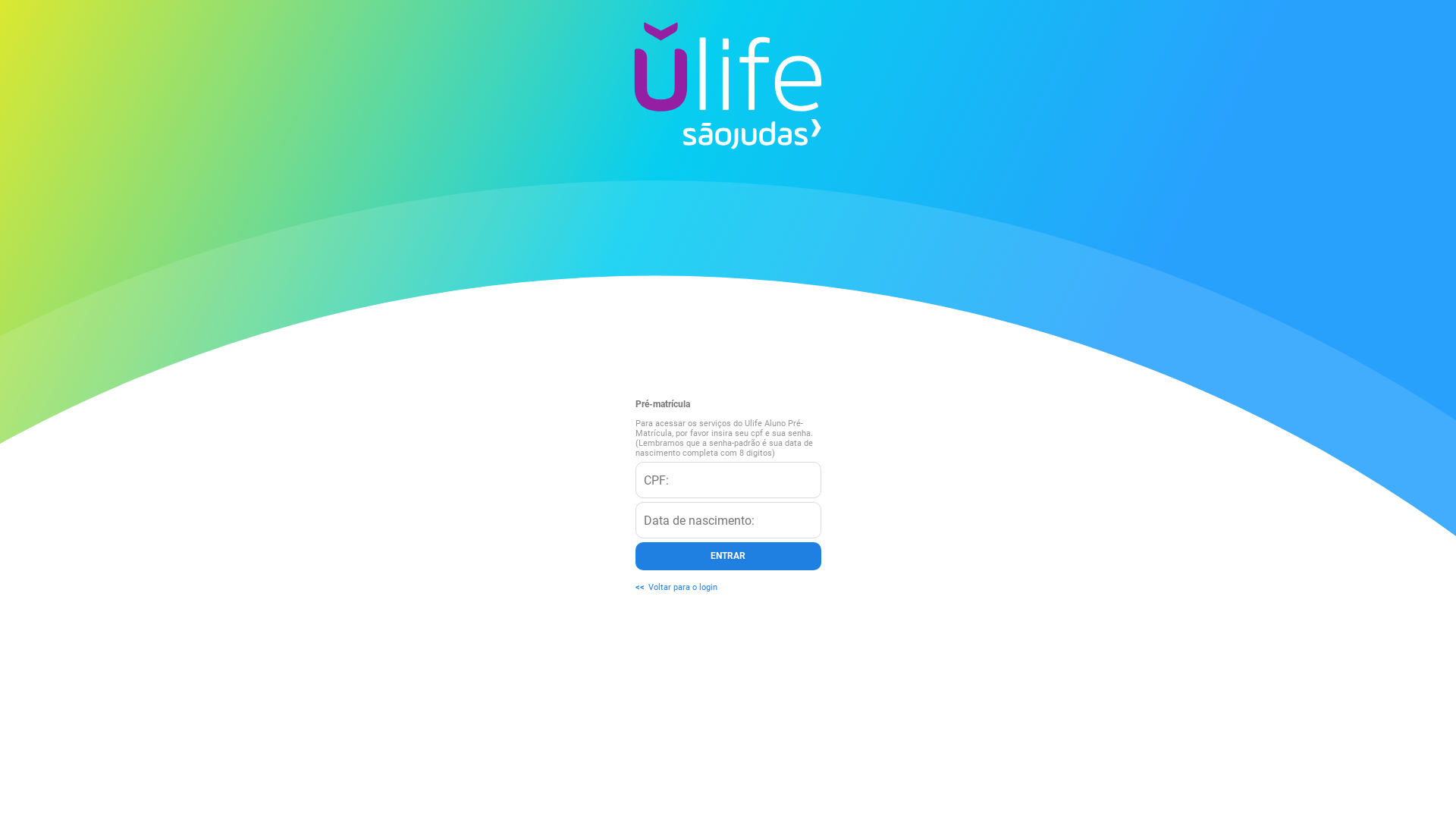 The width and height of the screenshot is (1456, 819). What do you see at coordinates (676, 586) in the screenshot?
I see `'<<Voltar para o login'` at bounding box center [676, 586].